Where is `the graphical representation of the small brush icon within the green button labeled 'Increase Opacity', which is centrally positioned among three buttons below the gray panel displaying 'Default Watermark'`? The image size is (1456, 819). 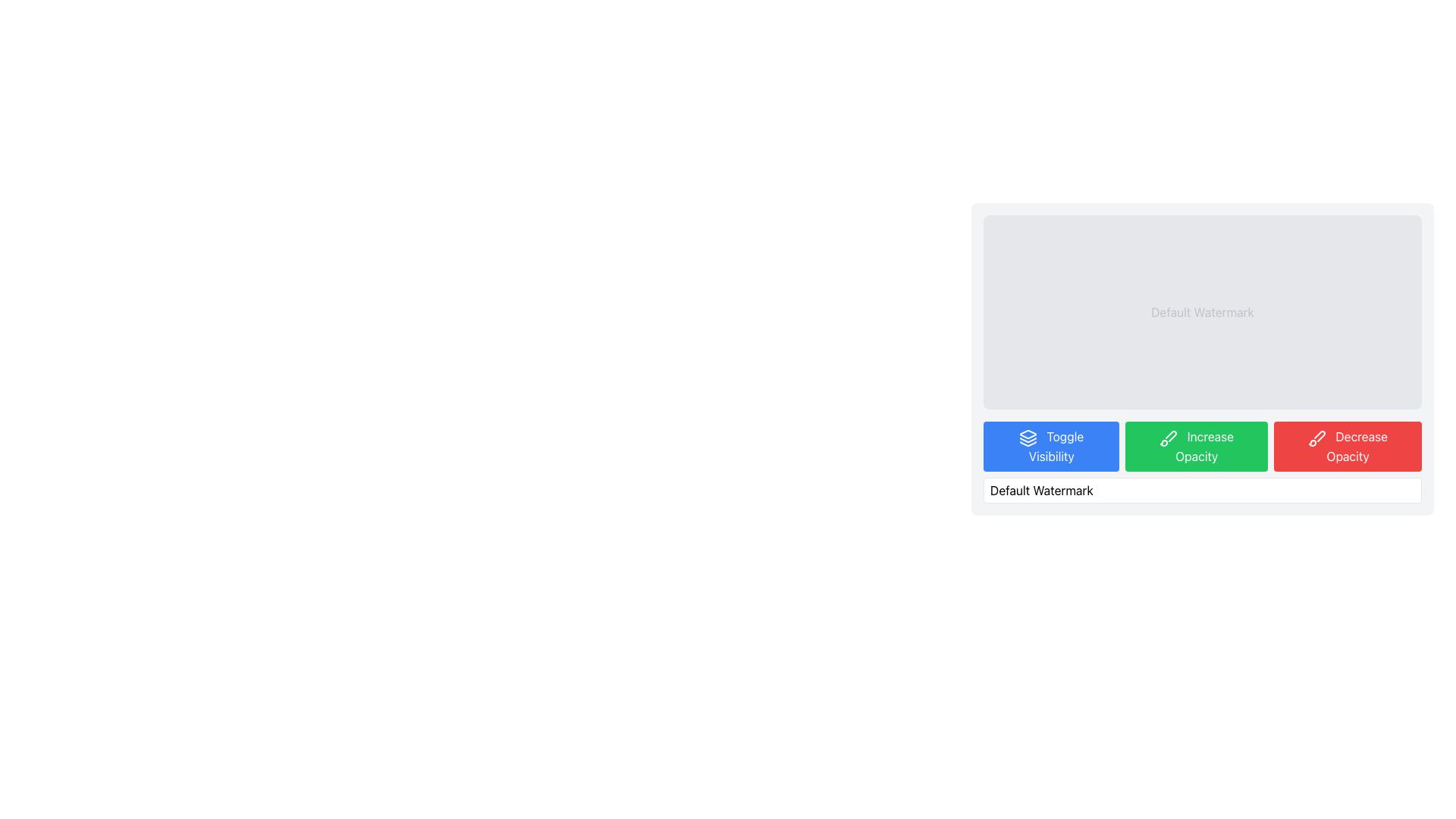
the graphical representation of the small brush icon within the green button labeled 'Increase Opacity', which is centrally positioned among three buttons below the gray panel displaying 'Default Watermark' is located at coordinates (1168, 438).